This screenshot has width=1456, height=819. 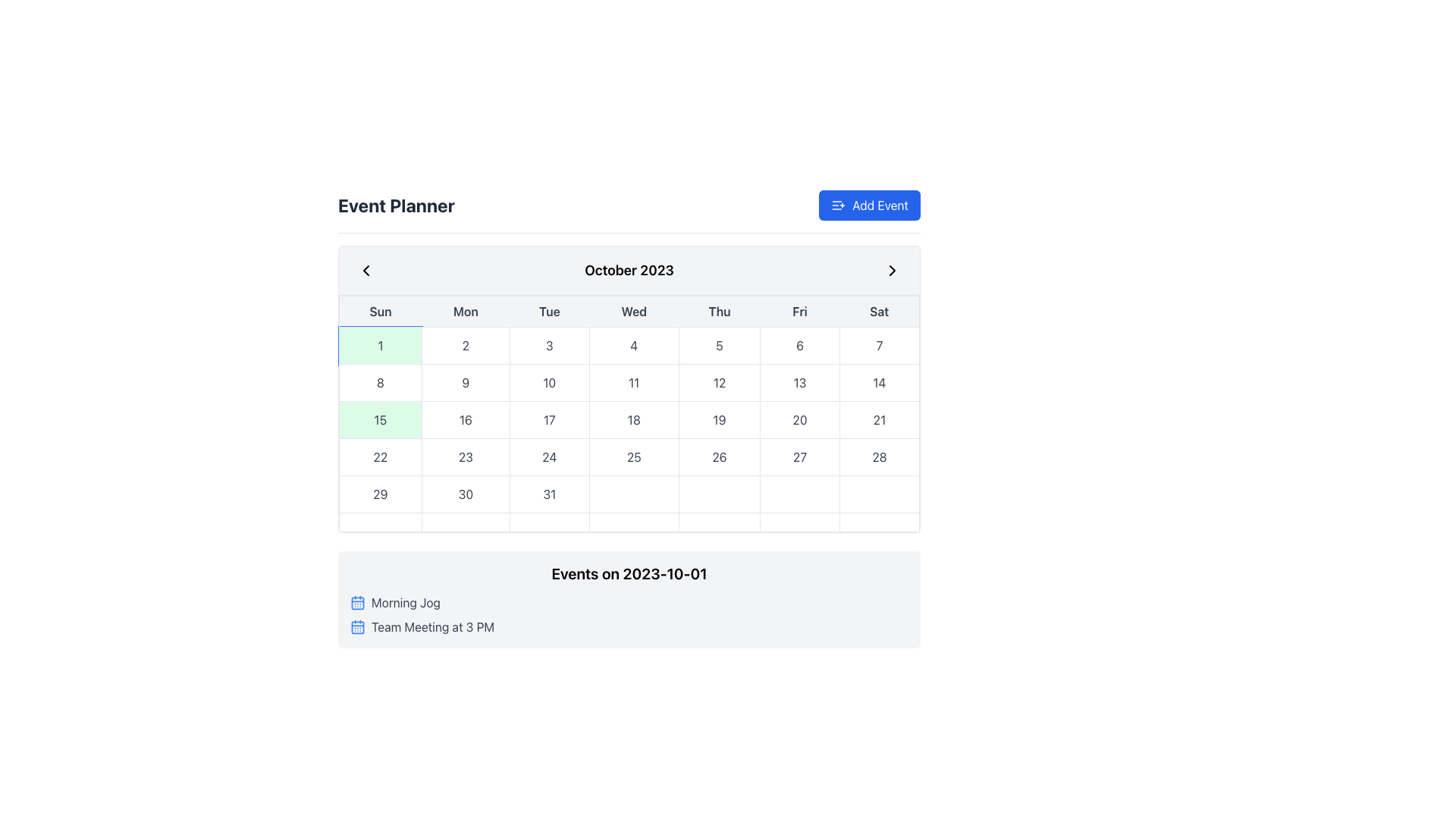 I want to click on the specific date in the main calendar view, which is centrally located on the page below the 'Event Planner' title, so click(x=629, y=388).